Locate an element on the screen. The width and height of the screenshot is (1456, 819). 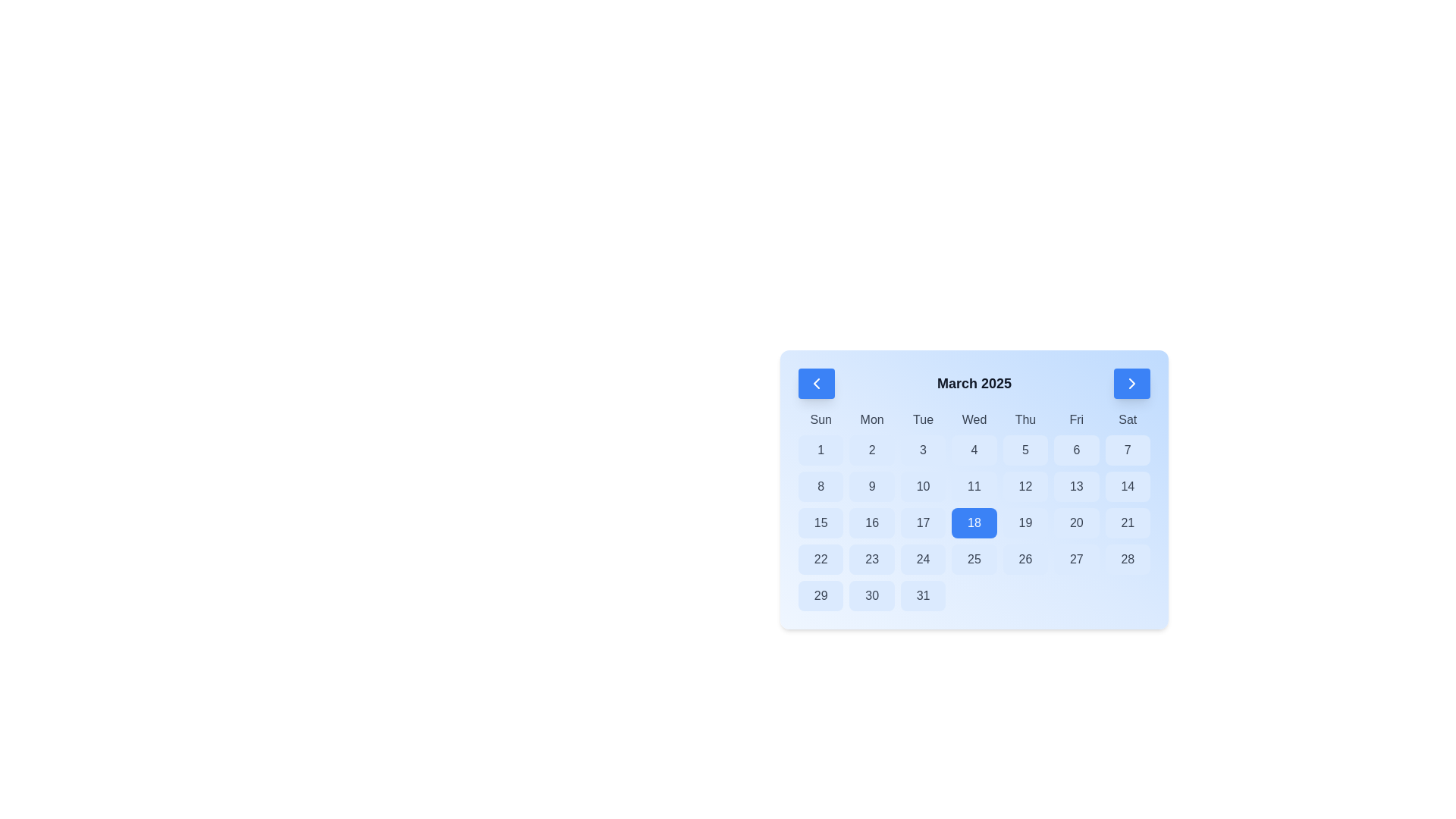
the Date selection button labeled '19' is located at coordinates (1025, 522).